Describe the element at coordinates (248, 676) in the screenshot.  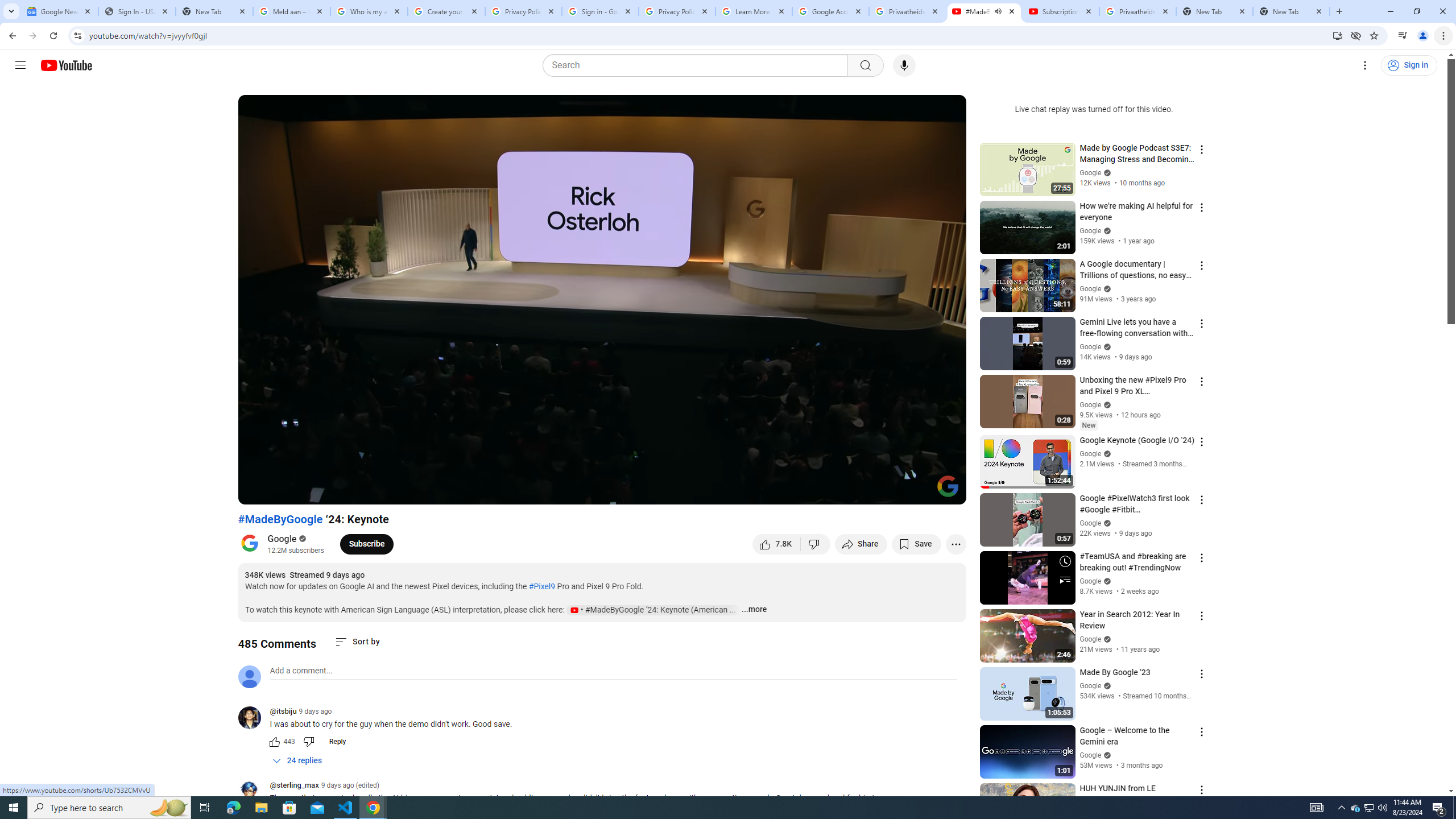
I see `'Default profile photo'` at that location.